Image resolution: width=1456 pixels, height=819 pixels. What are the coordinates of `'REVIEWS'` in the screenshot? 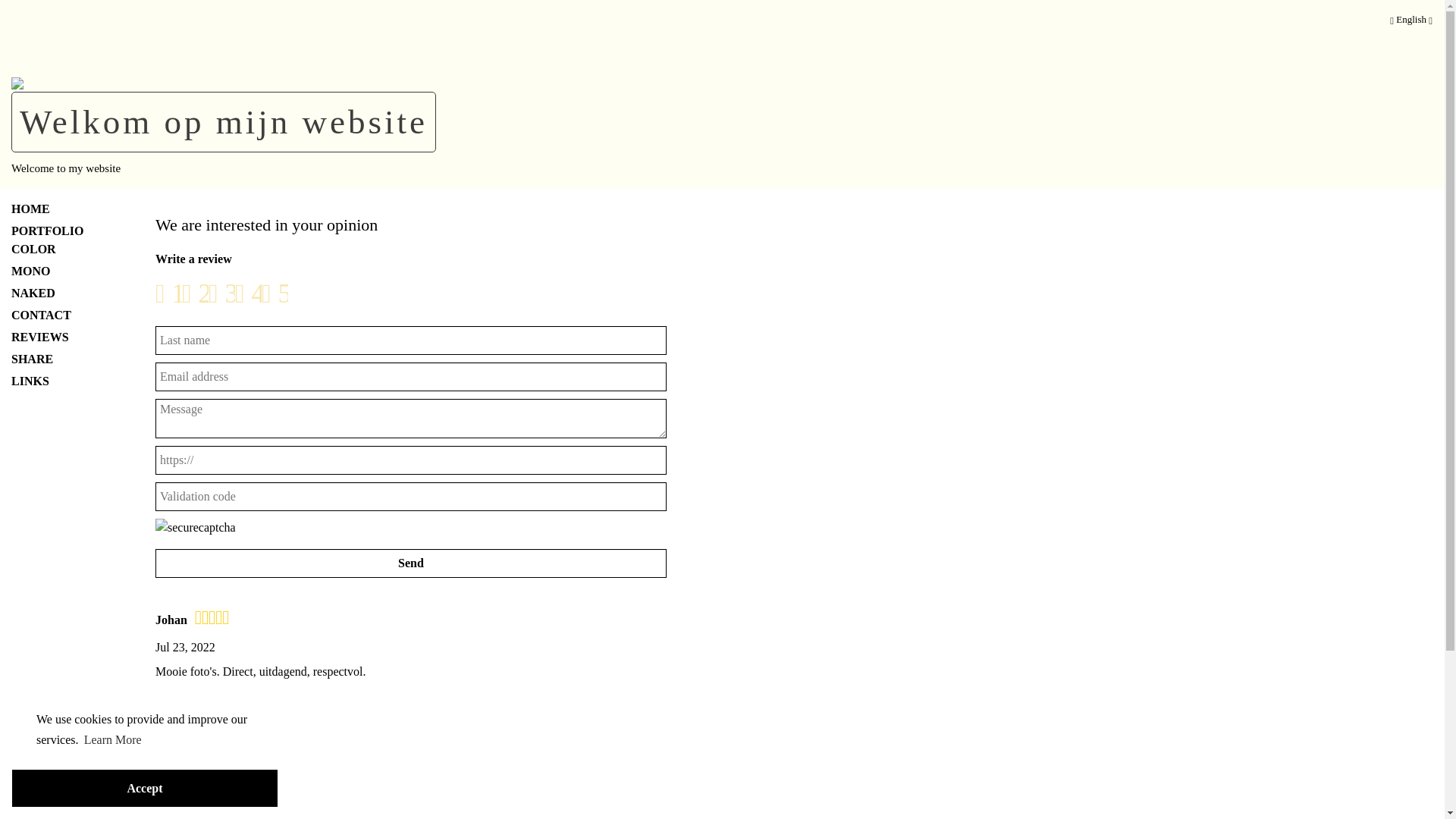 It's located at (61, 335).